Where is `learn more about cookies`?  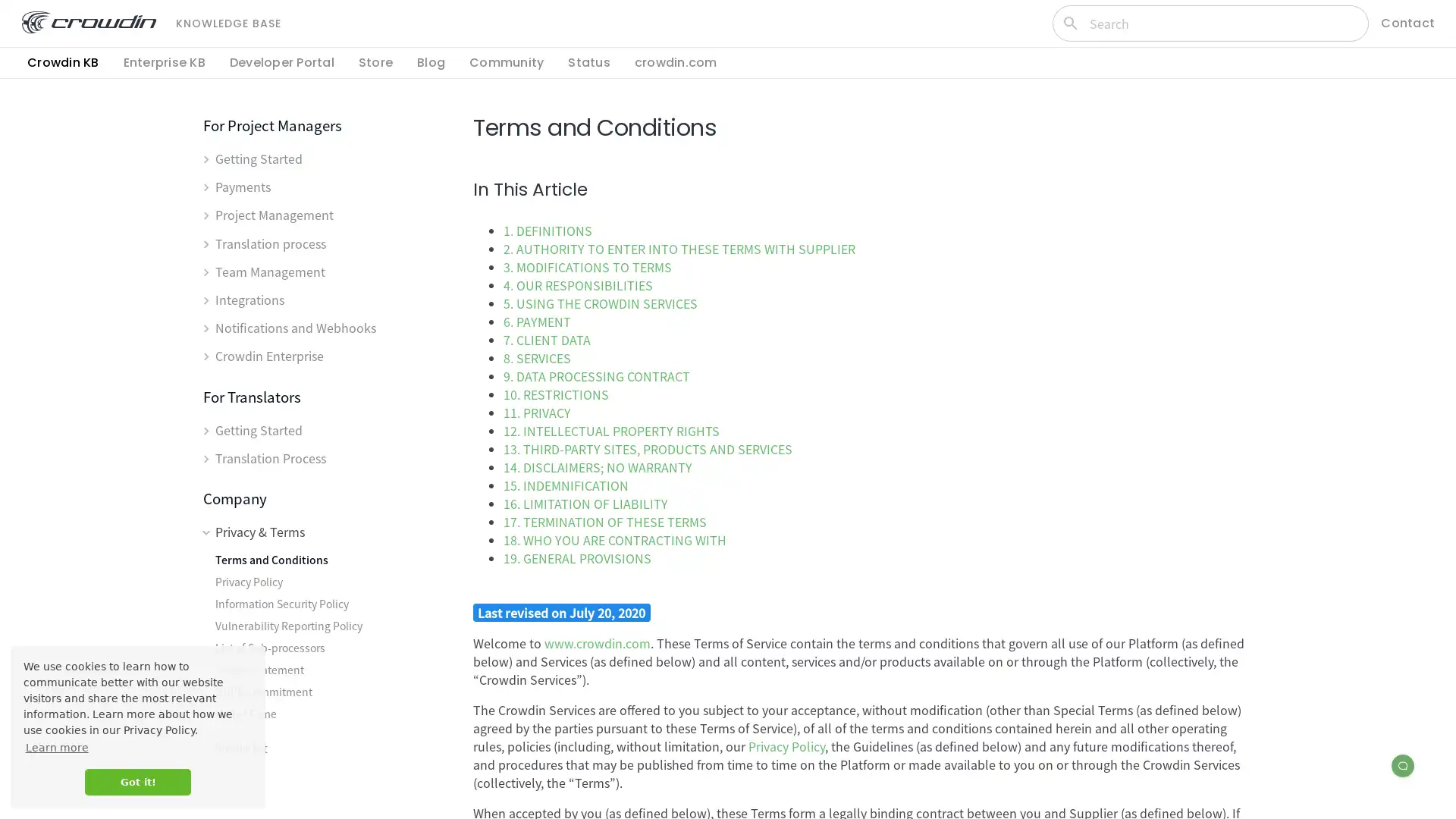
learn more about cookies is located at coordinates (56, 747).